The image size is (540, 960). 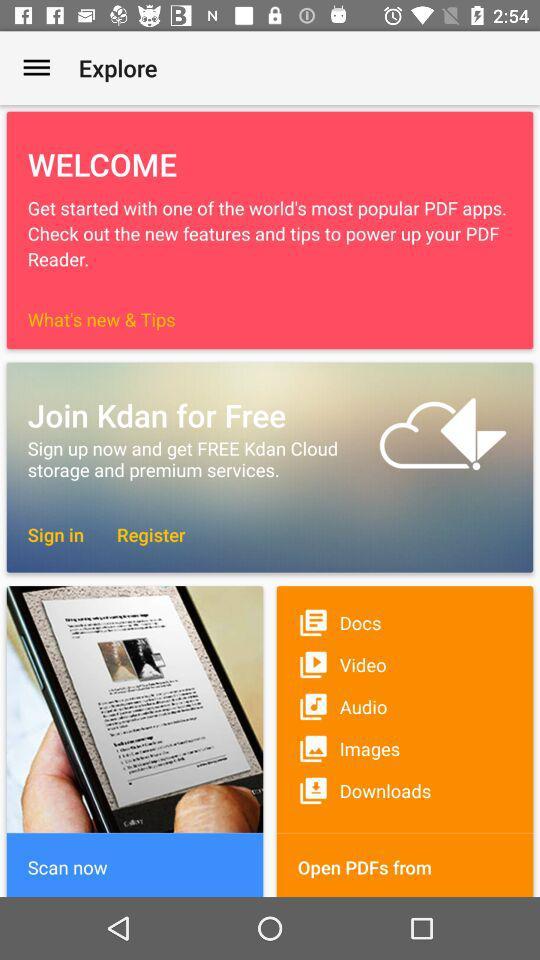 What do you see at coordinates (140, 533) in the screenshot?
I see `item below sign up now icon` at bounding box center [140, 533].